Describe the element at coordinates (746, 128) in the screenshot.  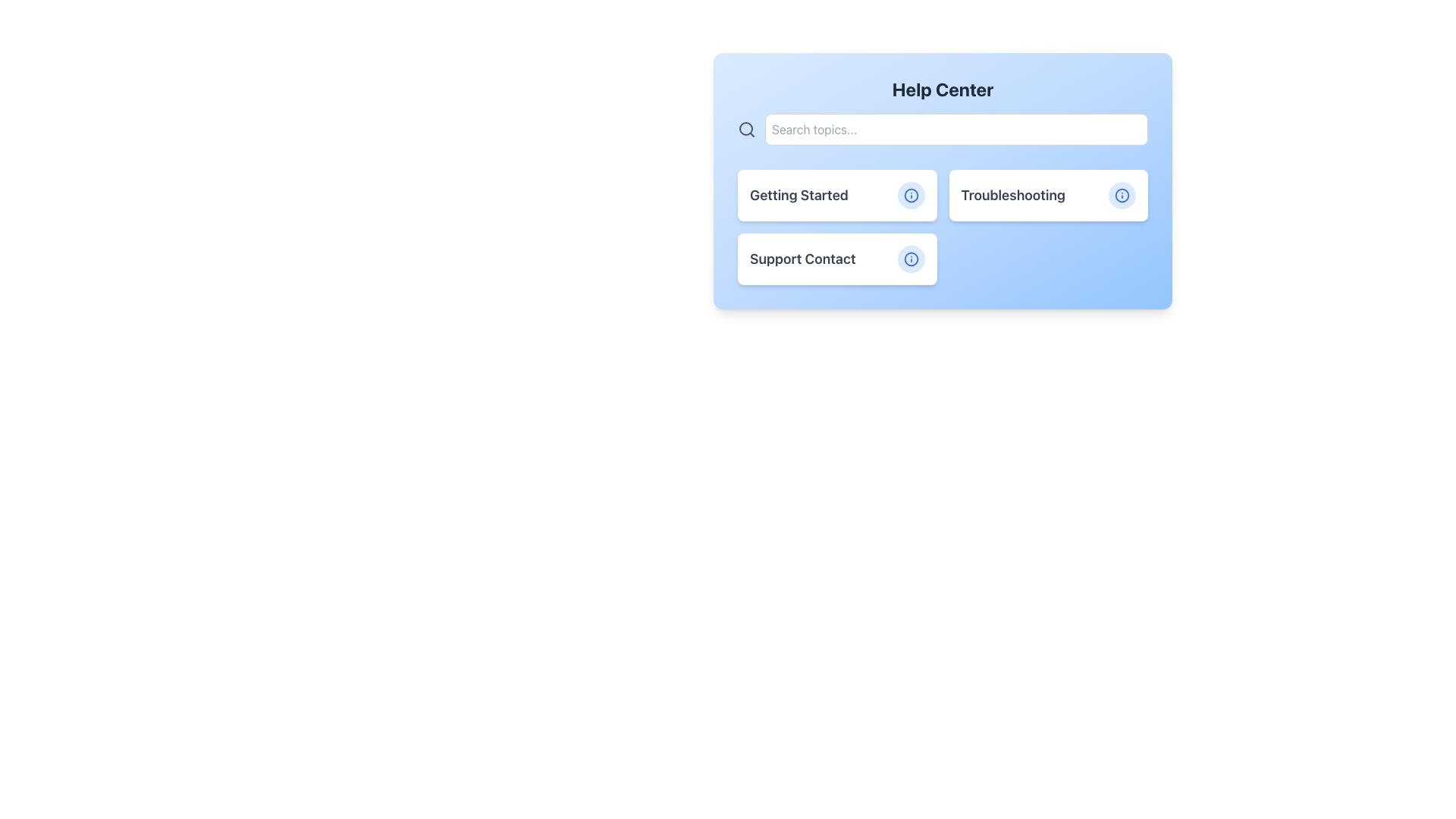
I see `the magnifying glass icon, which is styled with a circular shape and a diagonal handle, located to the left of the text input box labeled 'Search topics...'` at that location.